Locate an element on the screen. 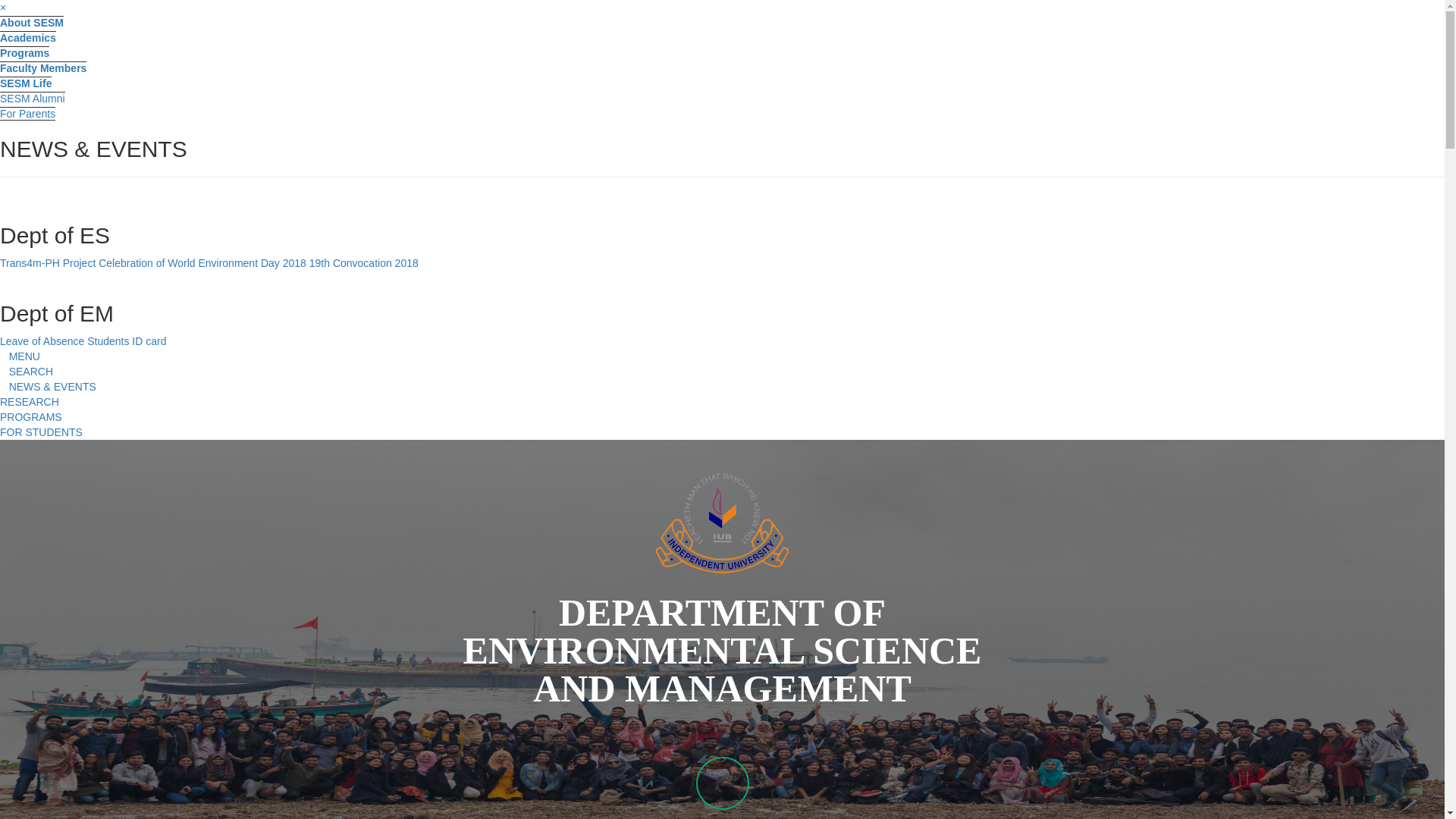  '   MENU' is located at coordinates (20, 356).